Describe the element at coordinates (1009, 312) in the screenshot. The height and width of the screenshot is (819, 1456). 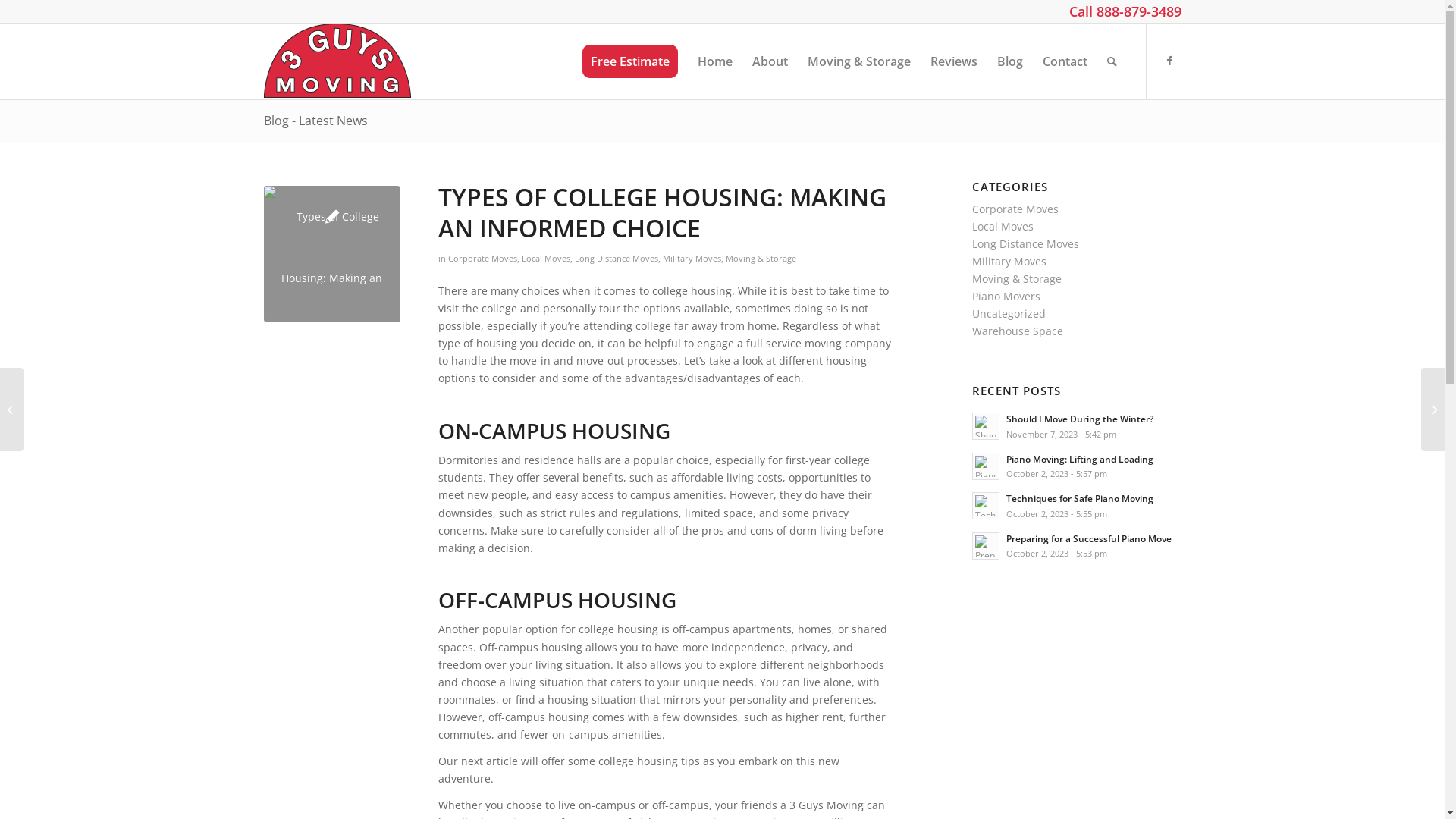
I see `'Uncategorized'` at that location.